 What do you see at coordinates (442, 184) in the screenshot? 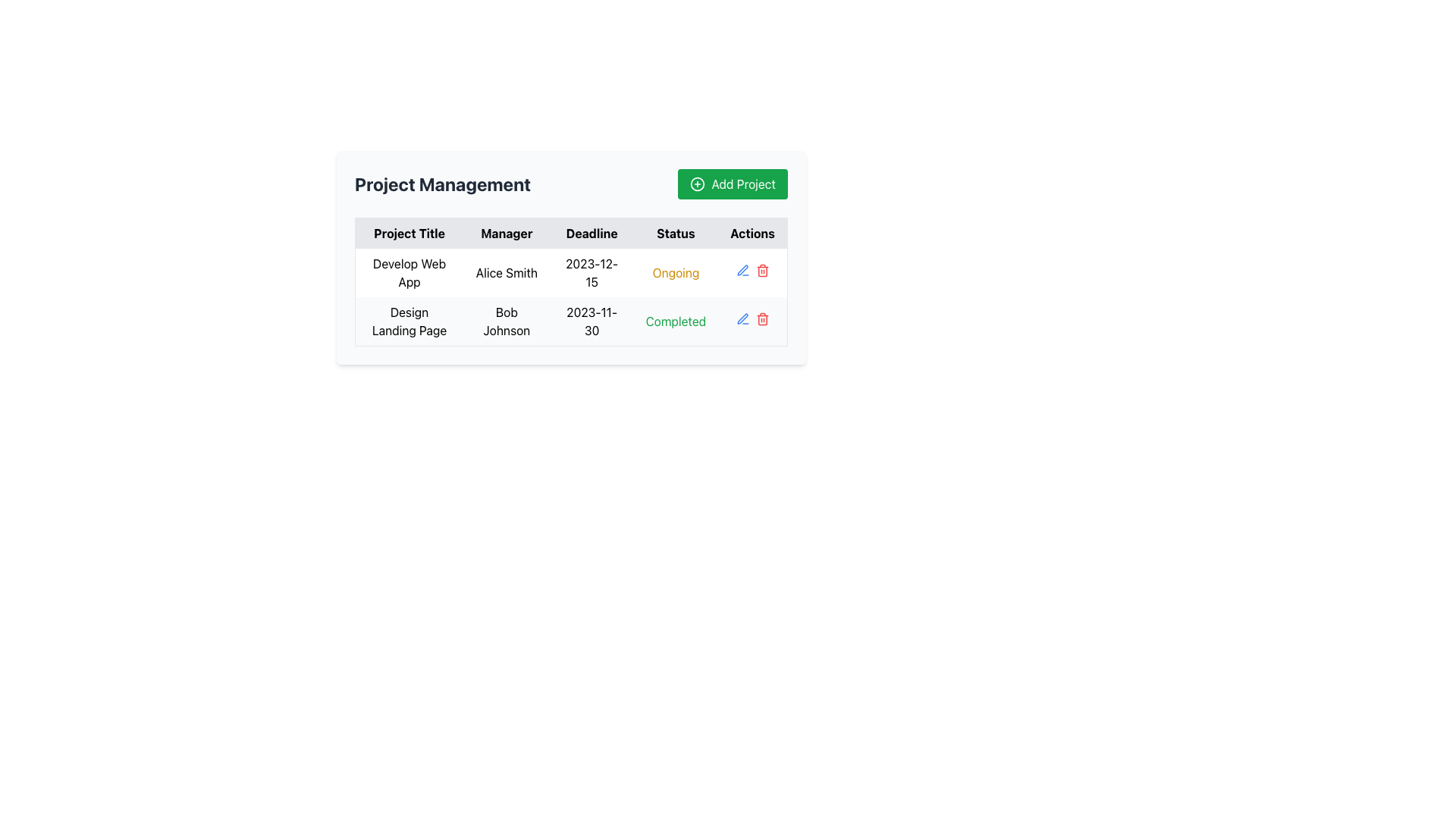
I see `on the text label displaying 'Project Management'` at bounding box center [442, 184].